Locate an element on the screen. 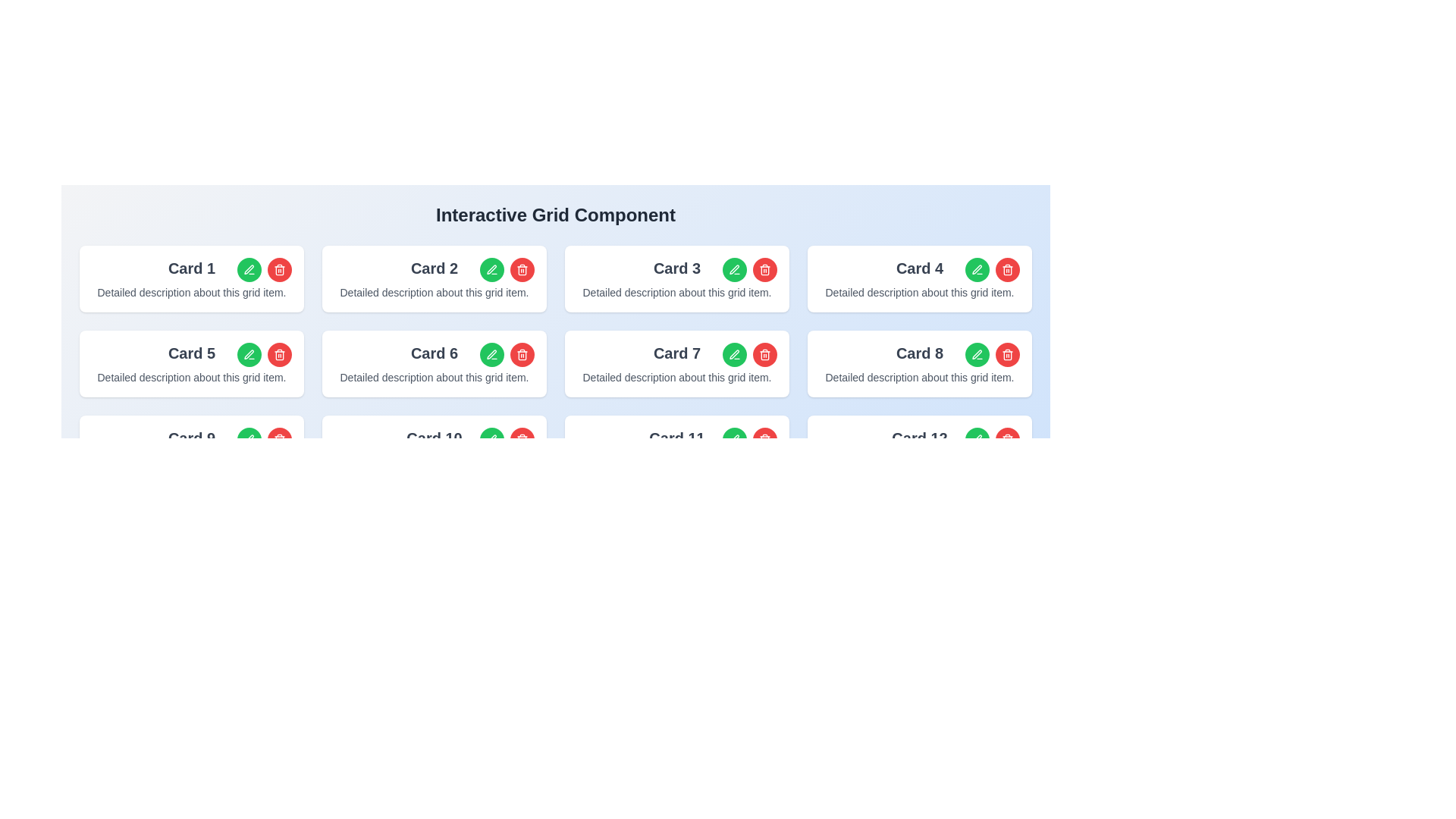 Image resolution: width=1456 pixels, height=819 pixels. the text label that reads 'Detailed description about this grid item.' located underneath the title 'Card 7' in the corresponding card is located at coordinates (676, 376).